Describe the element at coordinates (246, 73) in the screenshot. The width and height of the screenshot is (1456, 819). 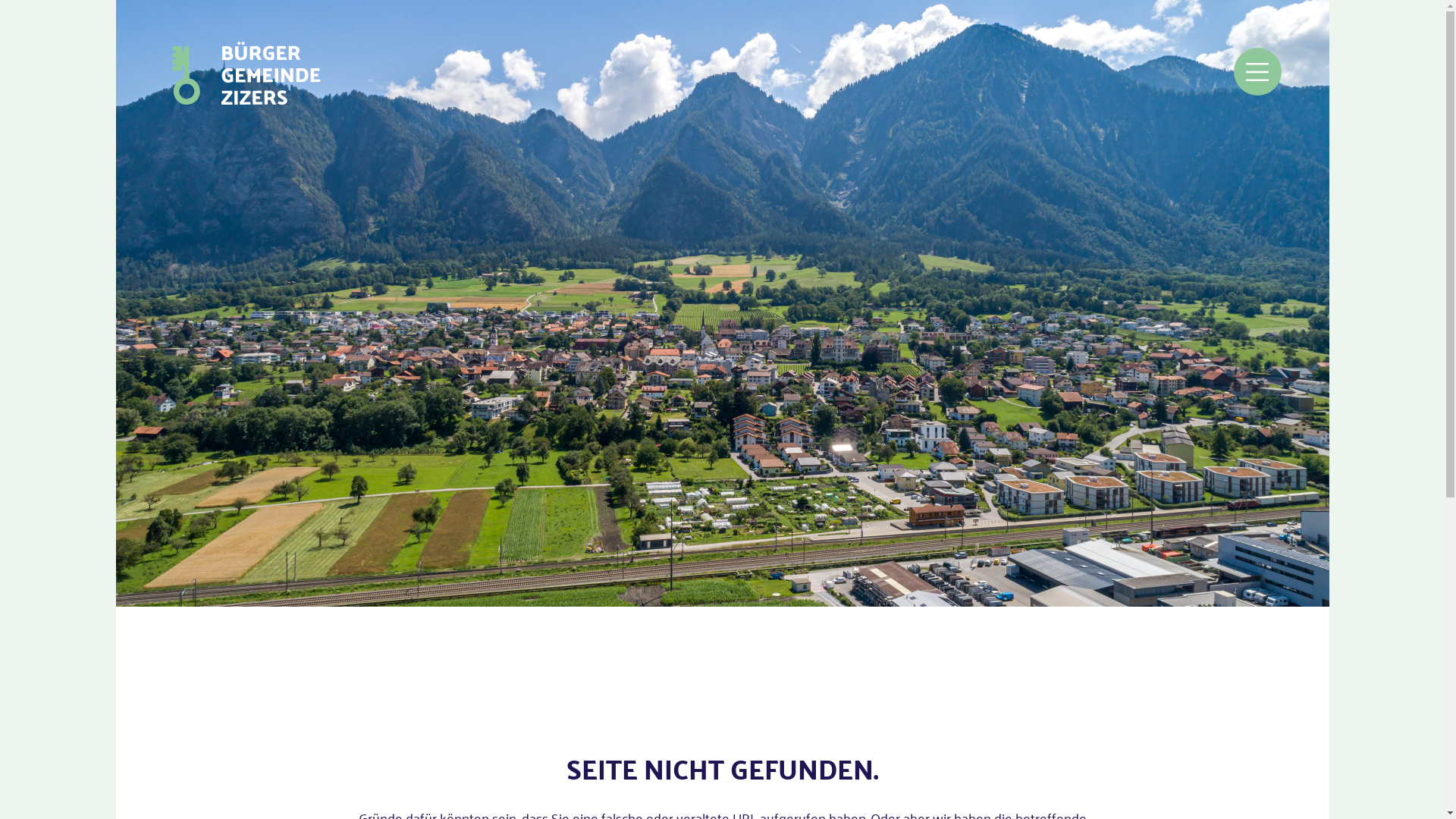
I see `'zur Startseite'` at that location.